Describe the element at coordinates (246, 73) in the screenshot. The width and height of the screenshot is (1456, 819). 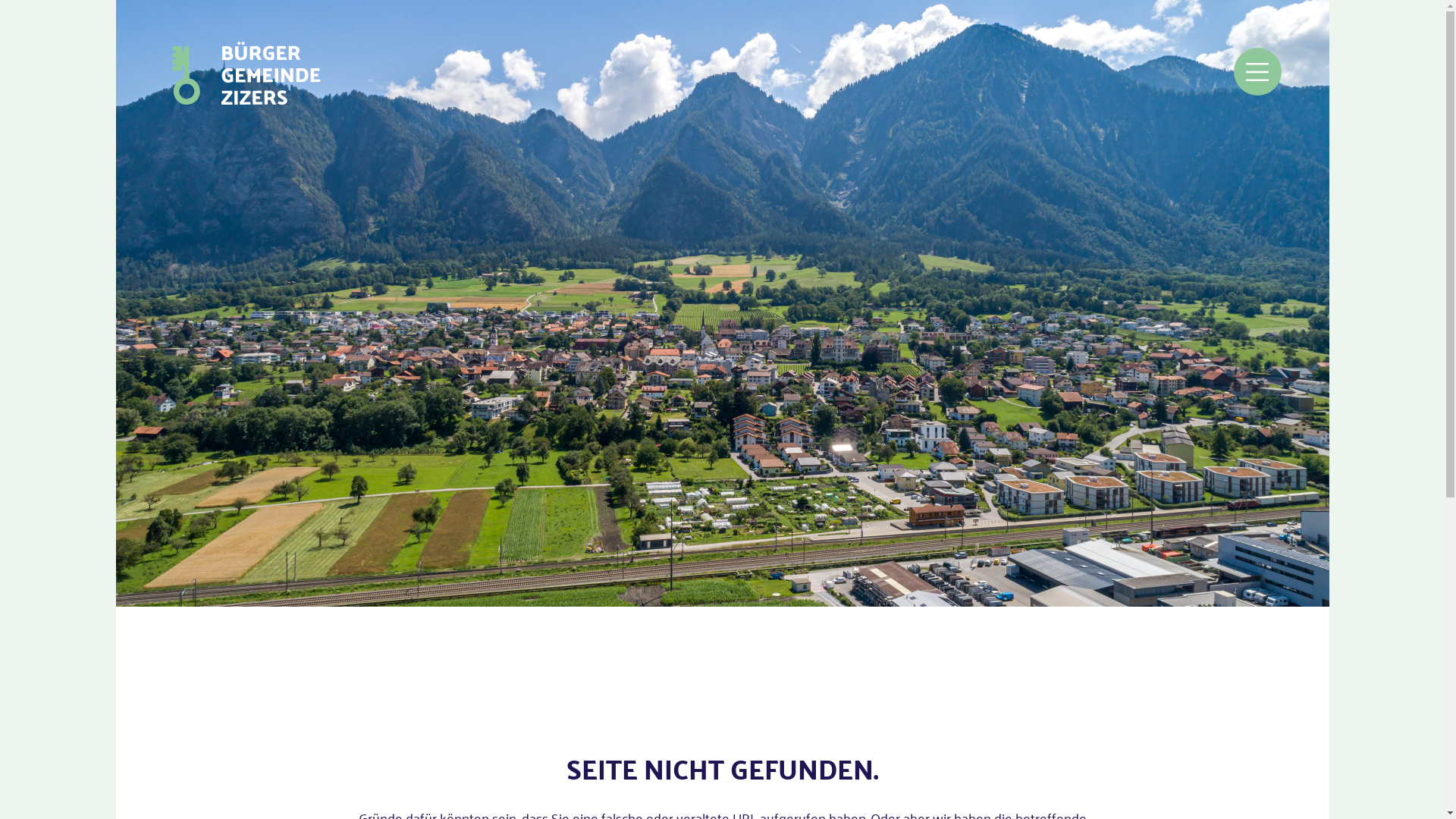
I see `'zur Startseite'` at that location.